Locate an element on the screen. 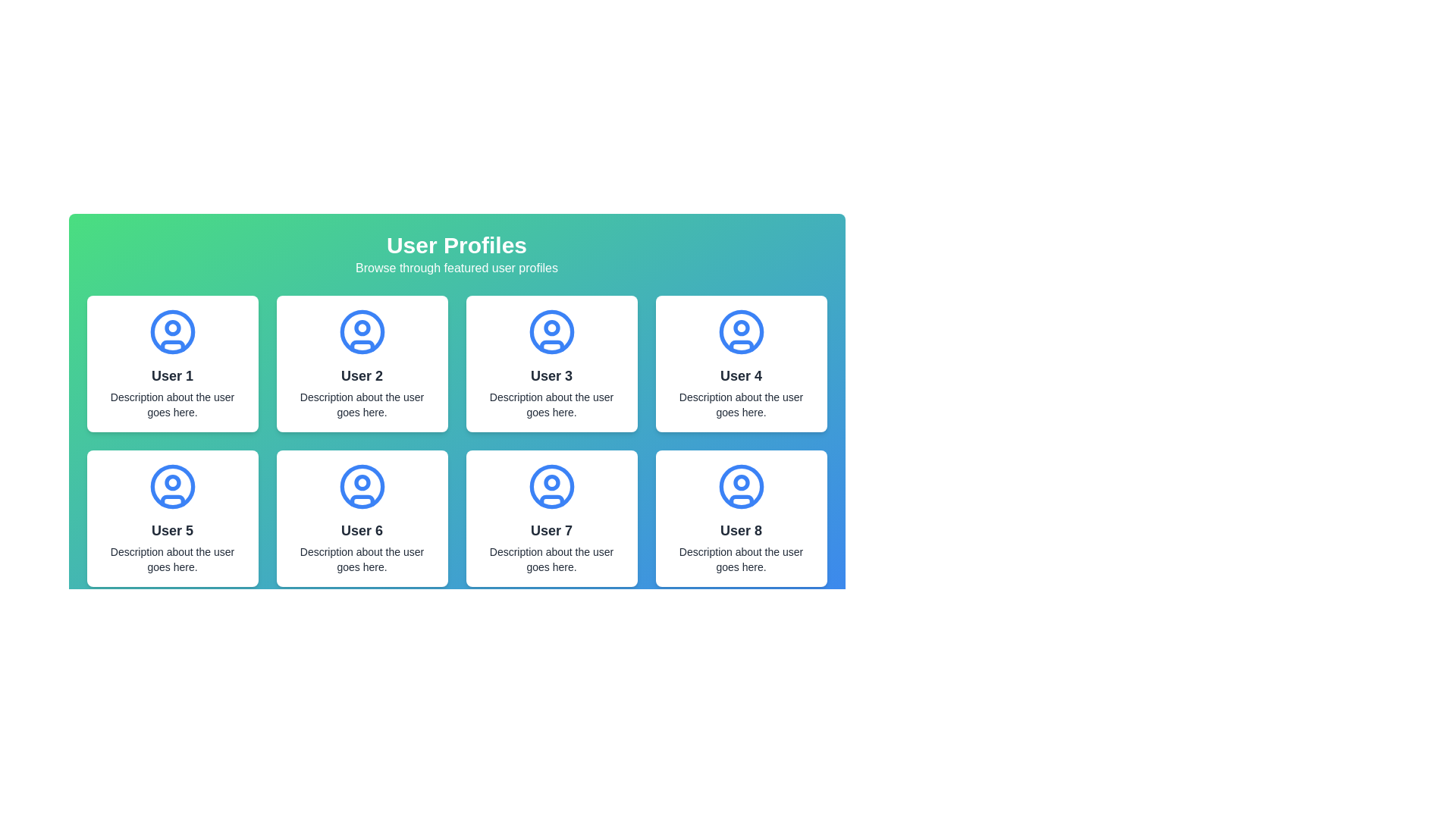 The image size is (1456, 819). the user profile icon, which is a blue silhouette encased in a circular boundary, located above the text label for 'User 7' in the bottom-left quadrant of the grid is located at coordinates (551, 486).